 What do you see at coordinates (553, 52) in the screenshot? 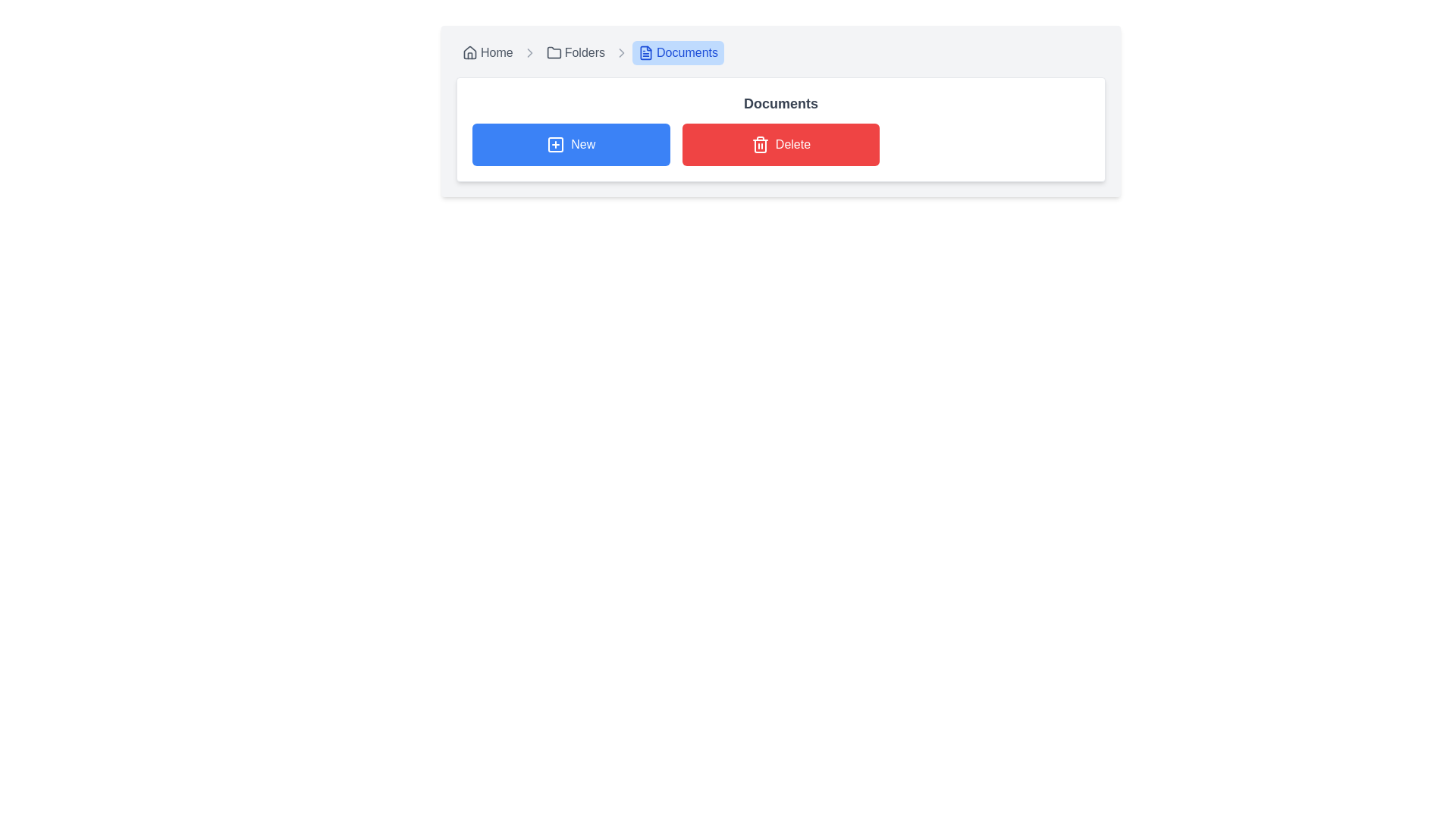
I see `the 'Folders' breadcrumb icon located in the breadcrumb navigation bar, positioned between the home icon and the document icon` at bounding box center [553, 52].